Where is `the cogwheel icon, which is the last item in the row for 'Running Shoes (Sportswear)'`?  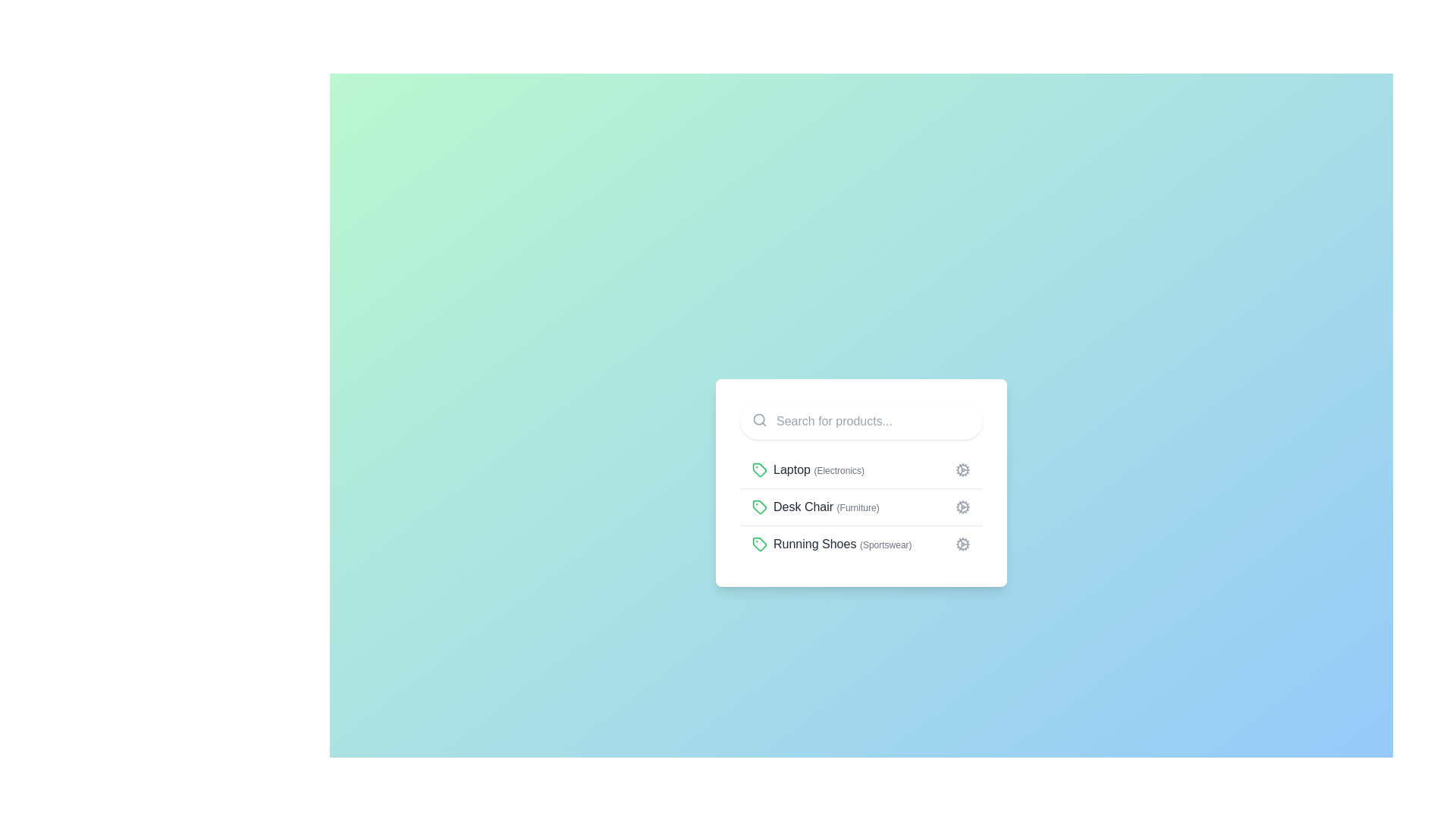
the cogwheel icon, which is the last item in the row for 'Running Shoes (Sportswear)' is located at coordinates (962, 543).